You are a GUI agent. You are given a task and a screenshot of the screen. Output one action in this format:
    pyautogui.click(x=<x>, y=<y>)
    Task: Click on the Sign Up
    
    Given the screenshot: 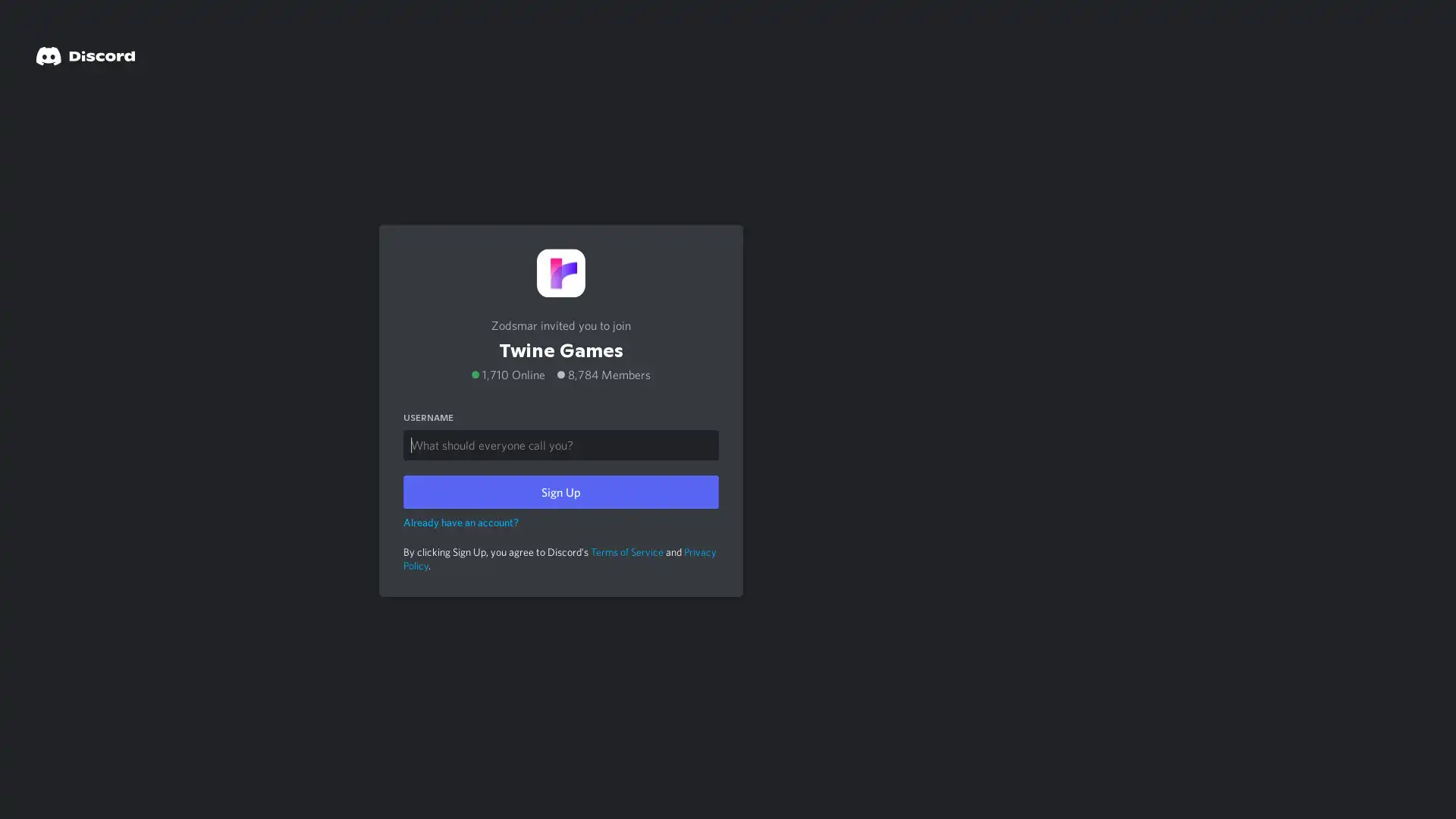 What is the action you would take?
    pyautogui.click(x=560, y=491)
    